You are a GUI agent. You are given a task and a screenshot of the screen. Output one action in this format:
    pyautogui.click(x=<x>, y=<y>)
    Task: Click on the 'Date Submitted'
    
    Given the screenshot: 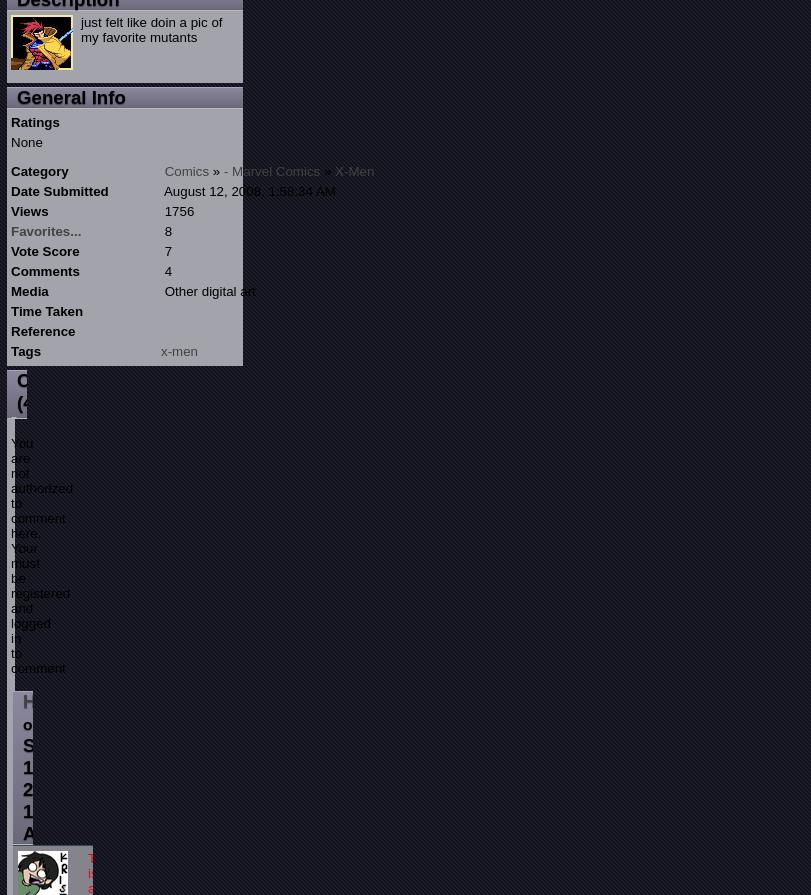 What is the action you would take?
    pyautogui.click(x=59, y=190)
    